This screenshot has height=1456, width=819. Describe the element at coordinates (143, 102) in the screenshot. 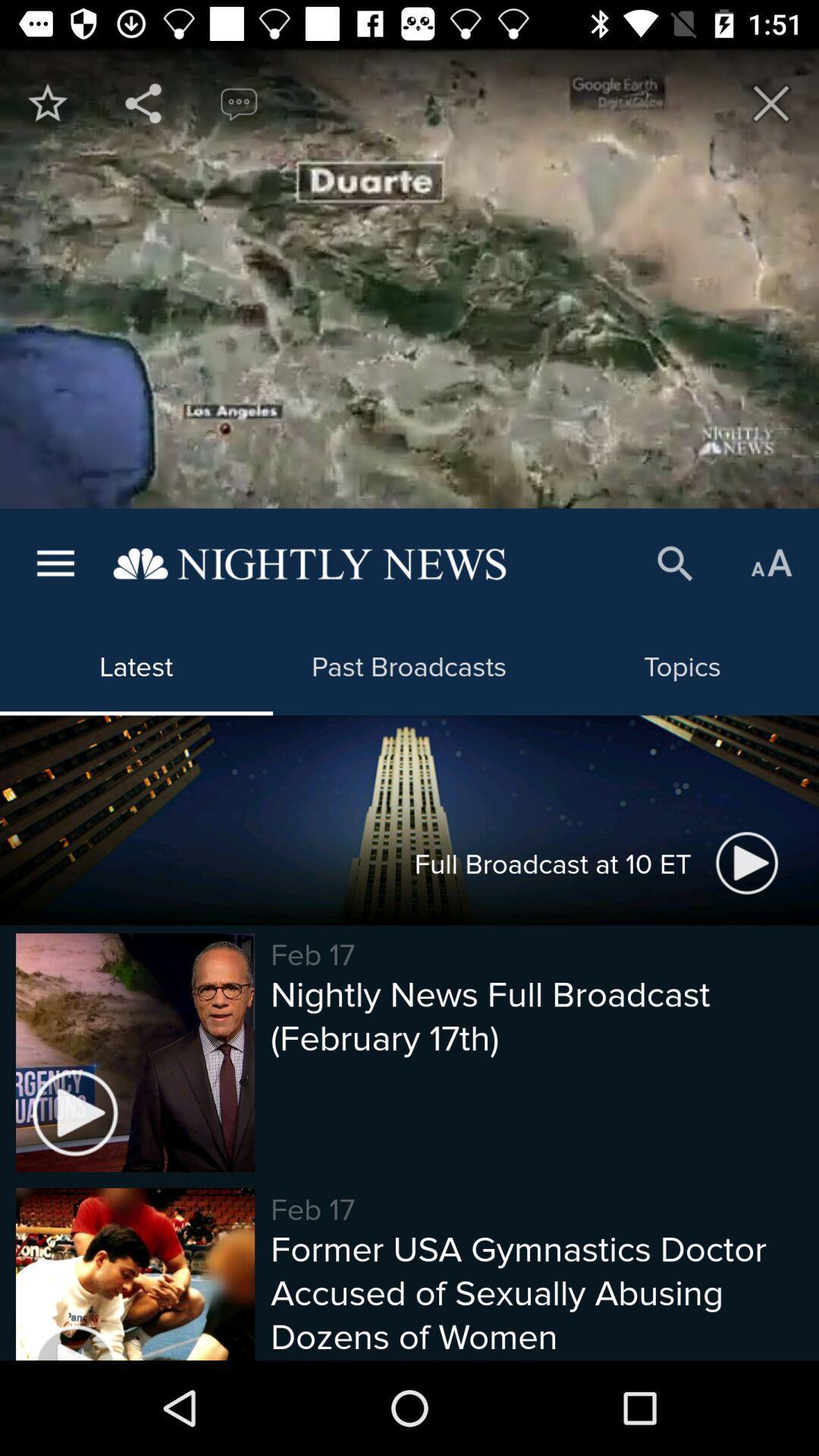

I see `the share icon button` at that location.